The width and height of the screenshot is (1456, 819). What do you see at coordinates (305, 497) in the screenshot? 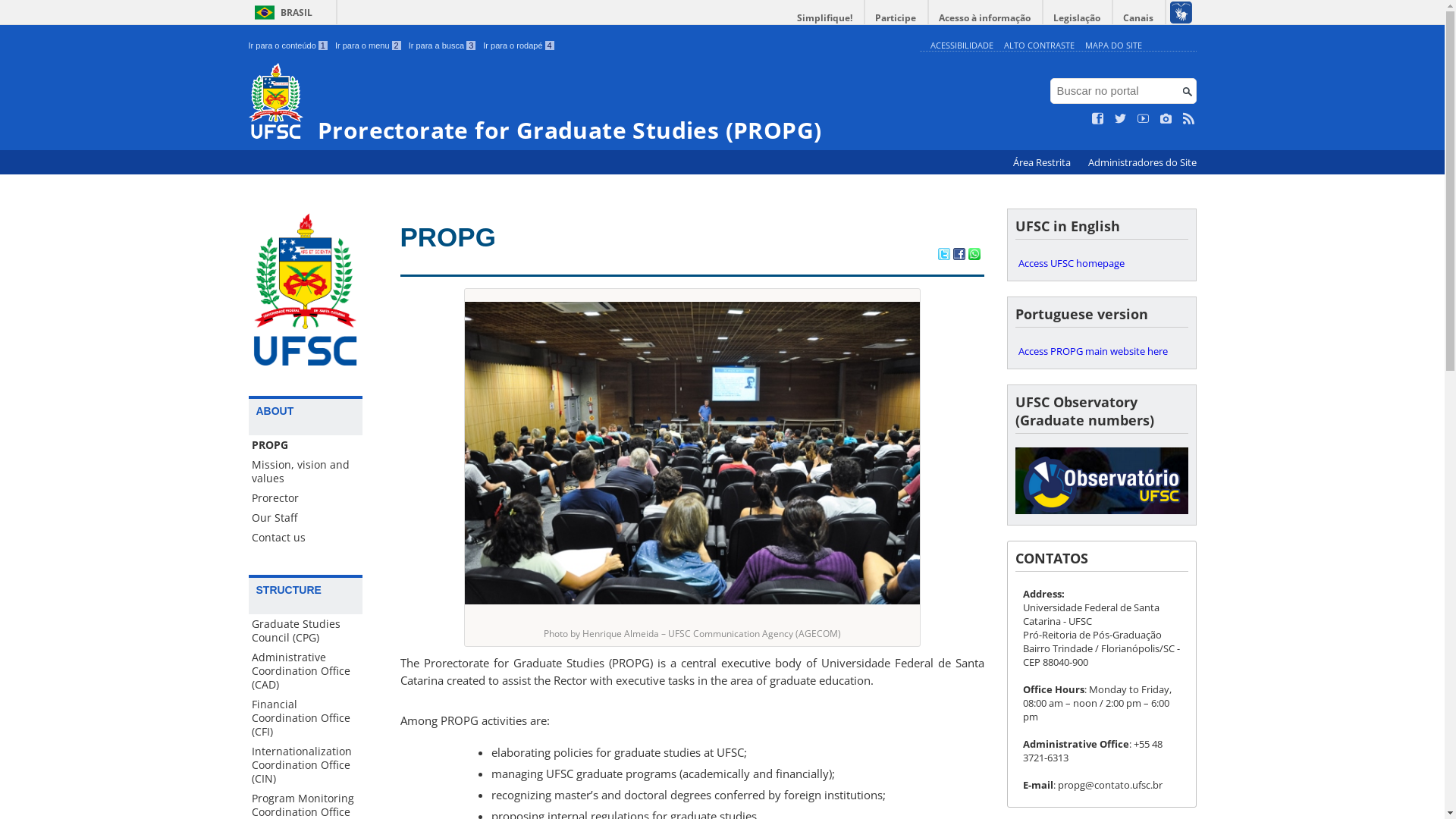
I see `'Prorector'` at bounding box center [305, 497].